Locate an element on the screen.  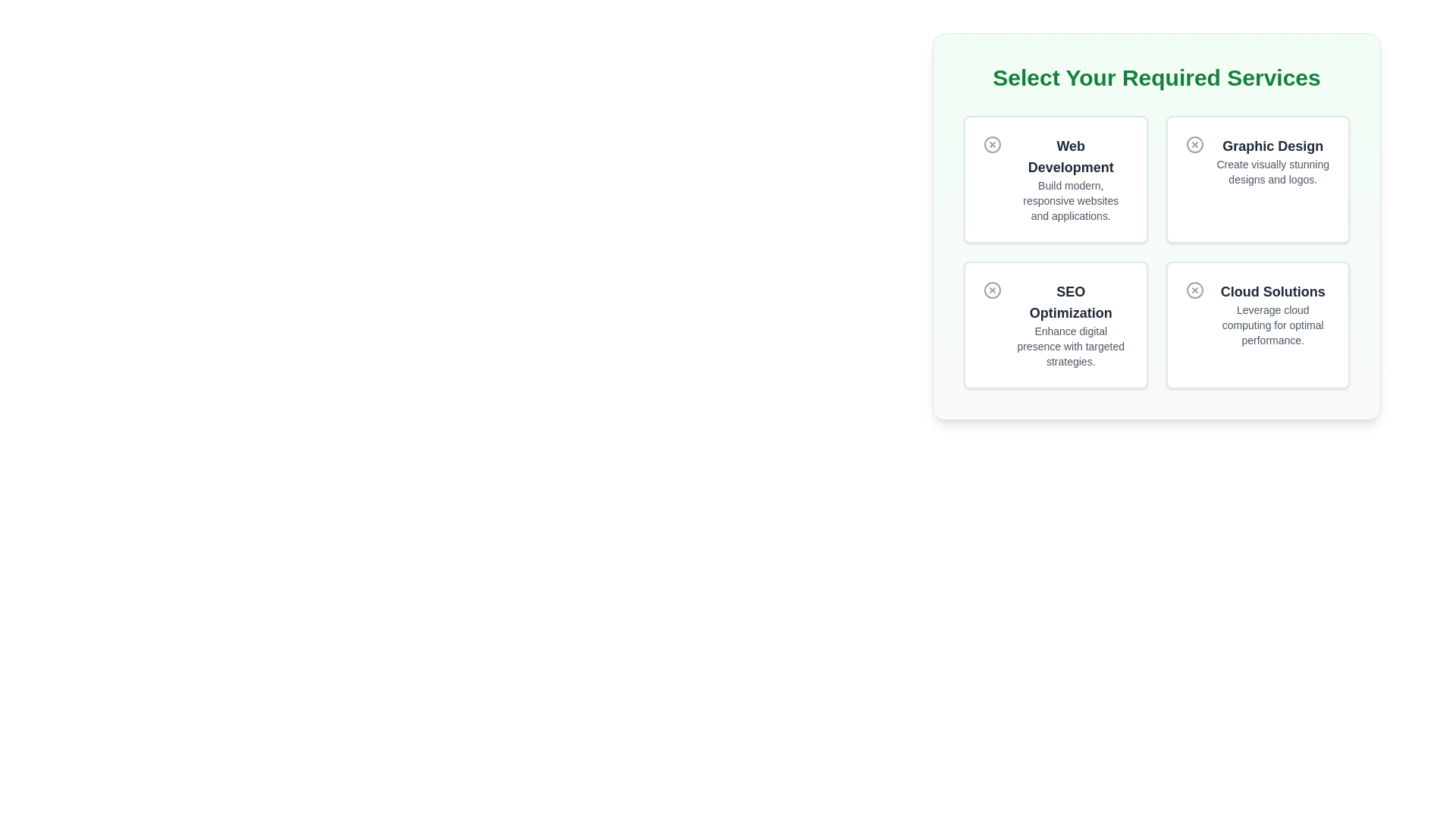
title and description of the 'Web Development' informational card located at the top-left position of the grid under the section 'Select Your Required Services' is located at coordinates (1055, 178).